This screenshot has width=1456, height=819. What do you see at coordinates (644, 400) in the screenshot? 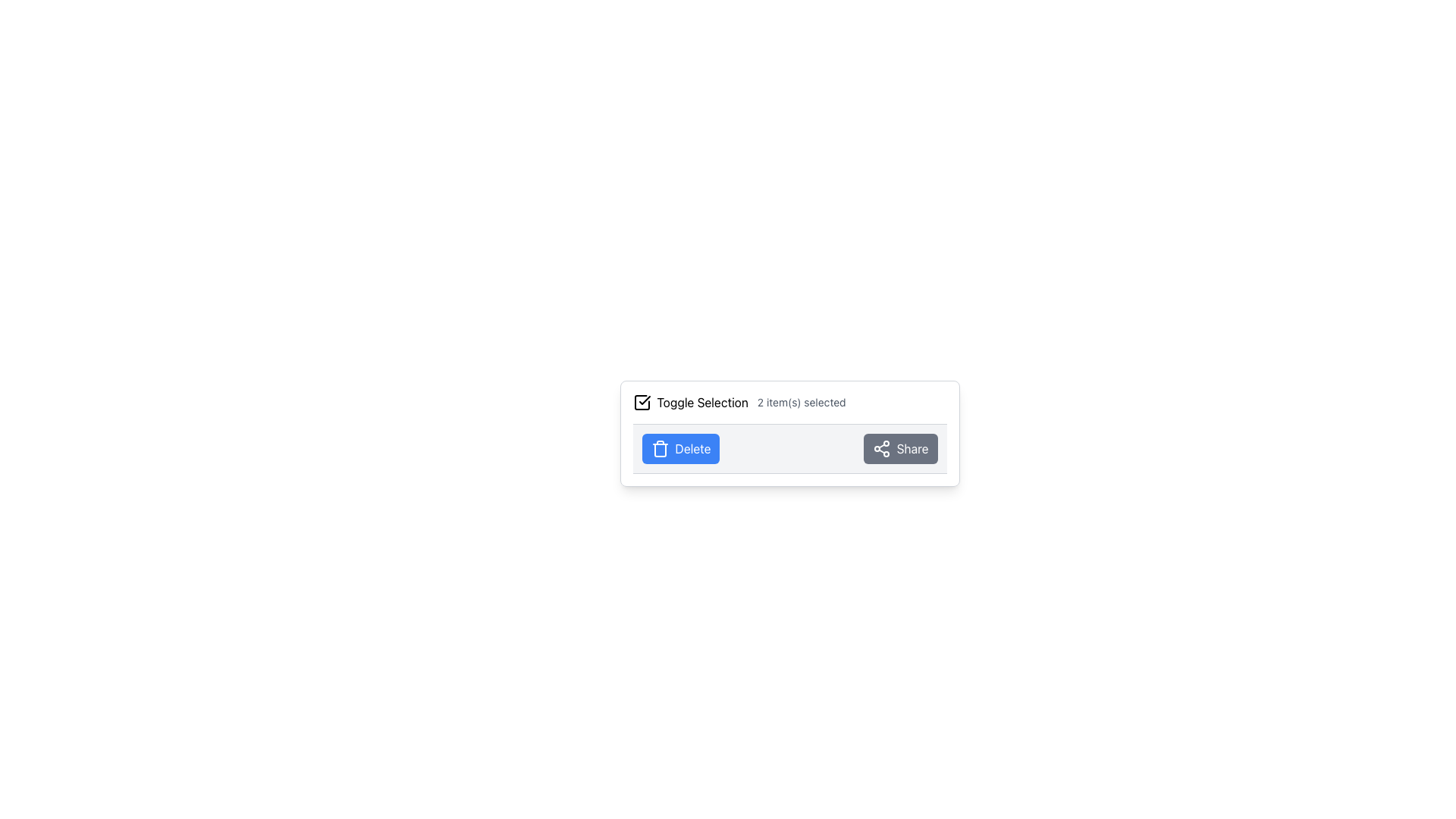
I see `the state of the icon or vector graphic located in the top-left corner of the pop-up action card, which serves as a visual indication of an active state, completed task, or selection marker` at bounding box center [644, 400].